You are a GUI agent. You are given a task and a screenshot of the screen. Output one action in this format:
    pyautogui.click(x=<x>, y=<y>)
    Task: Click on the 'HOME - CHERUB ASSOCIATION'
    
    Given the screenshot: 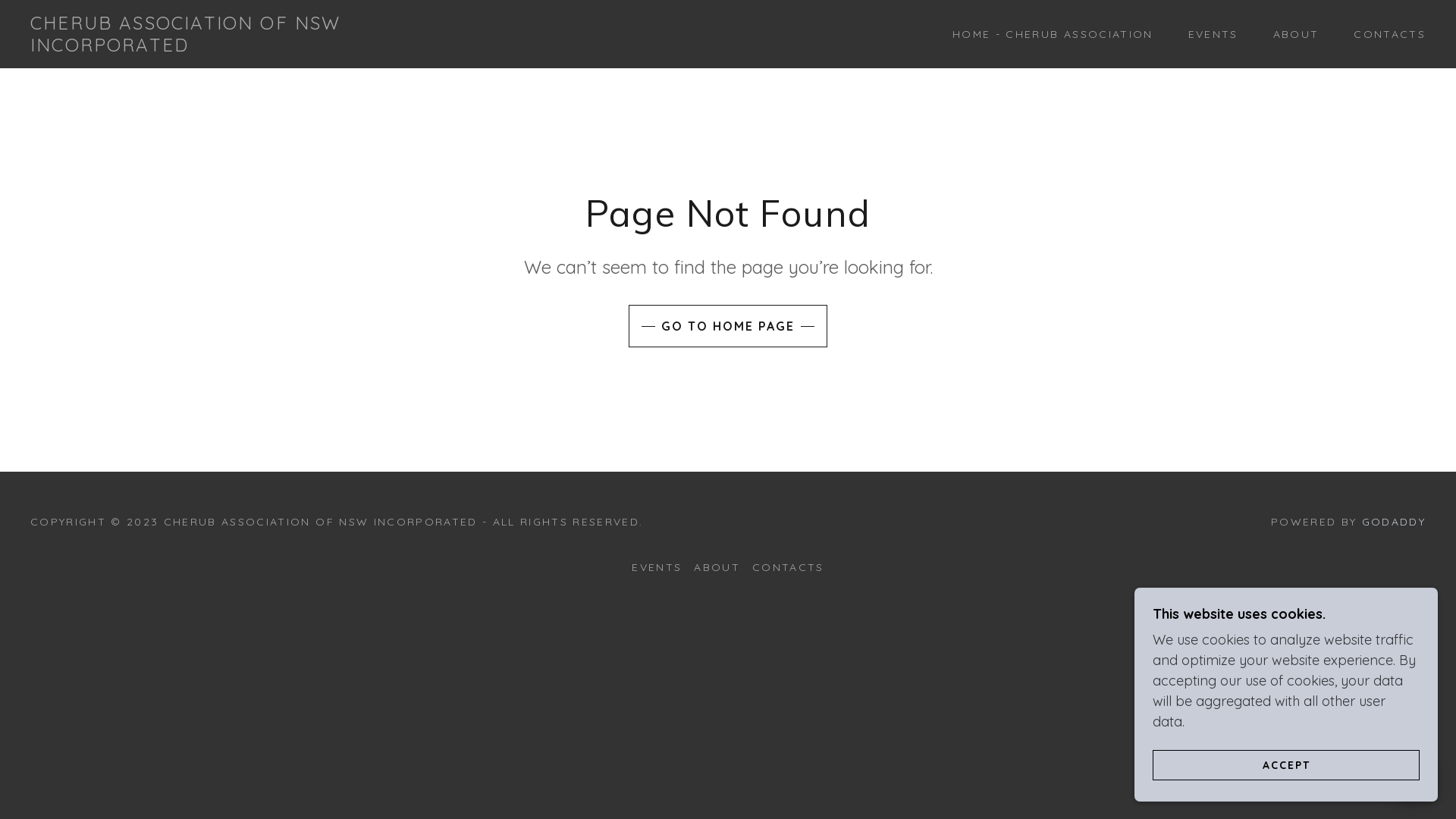 What is the action you would take?
    pyautogui.click(x=1046, y=34)
    